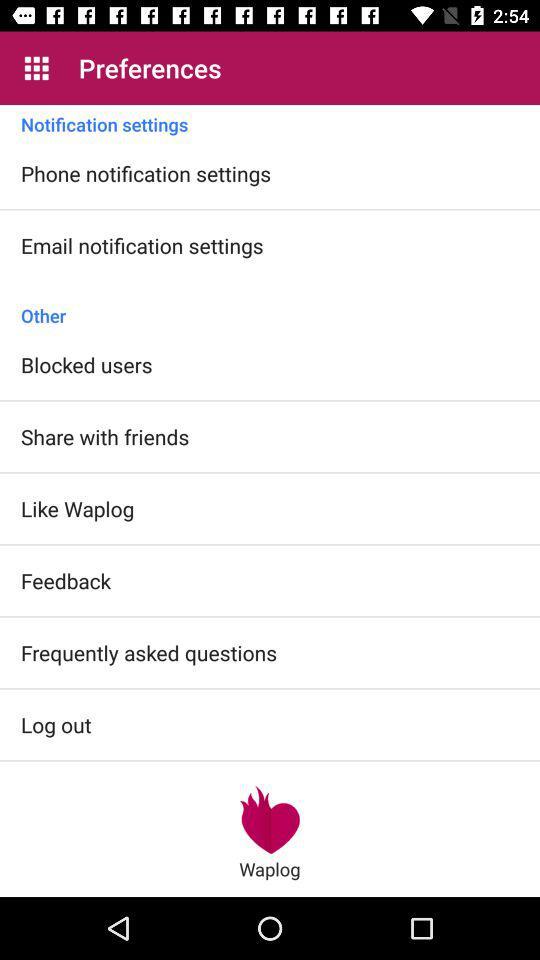  Describe the element at coordinates (76, 507) in the screenshot. I see `icon below the share with friends` at that location.